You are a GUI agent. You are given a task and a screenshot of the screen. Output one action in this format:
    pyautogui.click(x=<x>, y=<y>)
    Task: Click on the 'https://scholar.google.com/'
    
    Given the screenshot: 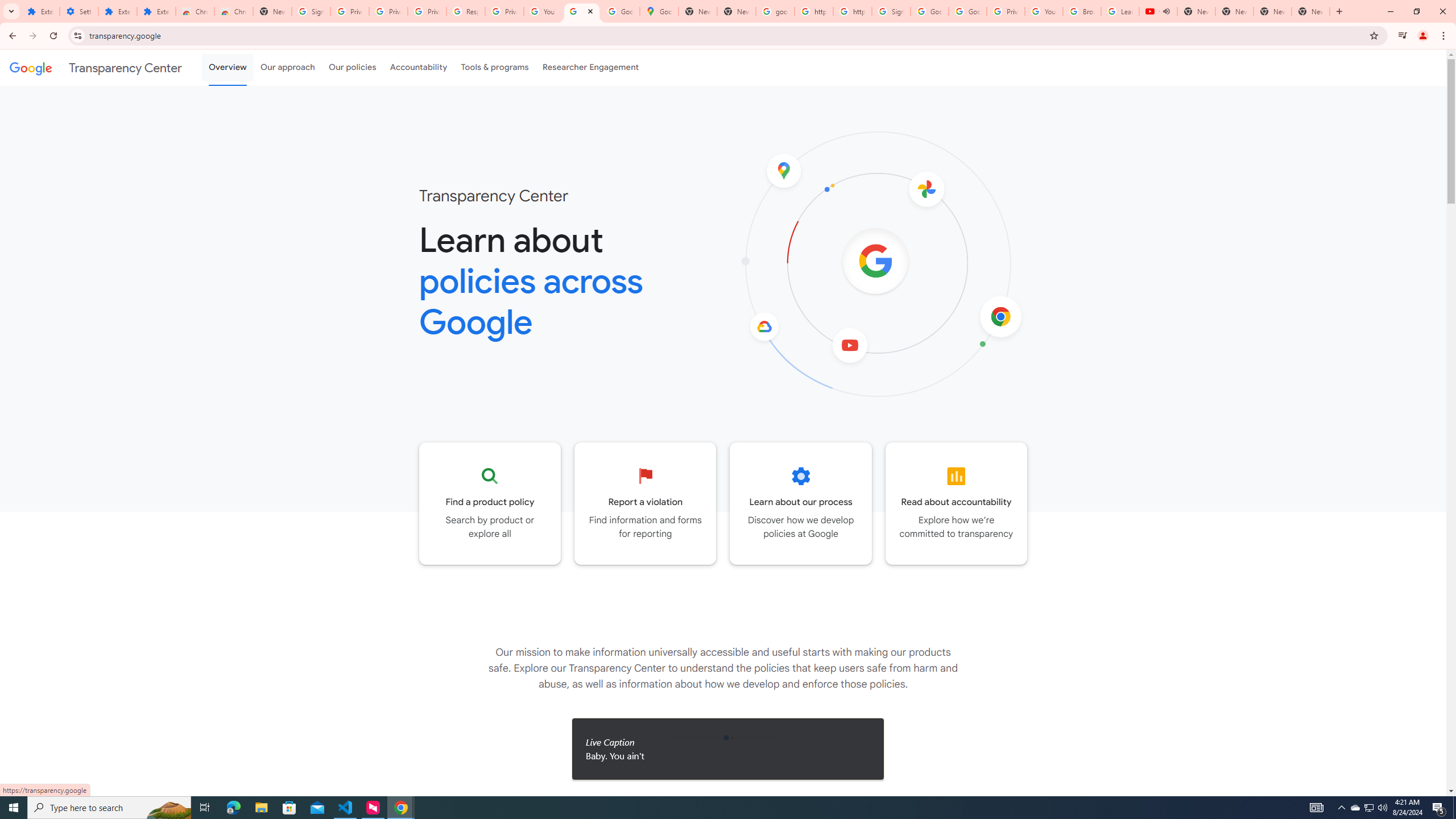 What is the action you would take?
    pyautogui.click(x=851, y=11)
    